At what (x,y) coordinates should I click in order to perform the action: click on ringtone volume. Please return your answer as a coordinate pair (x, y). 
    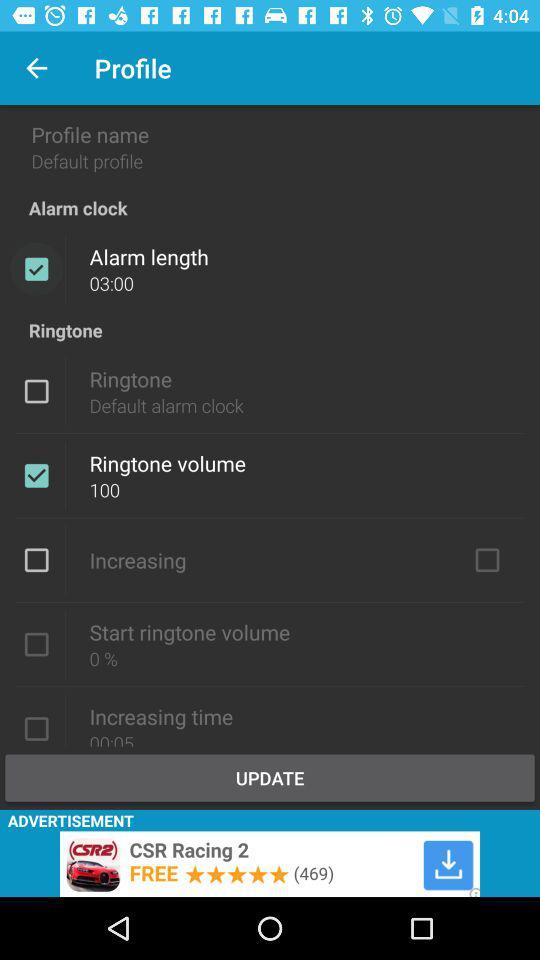
    Looking at the image, I should click on (36, 475).